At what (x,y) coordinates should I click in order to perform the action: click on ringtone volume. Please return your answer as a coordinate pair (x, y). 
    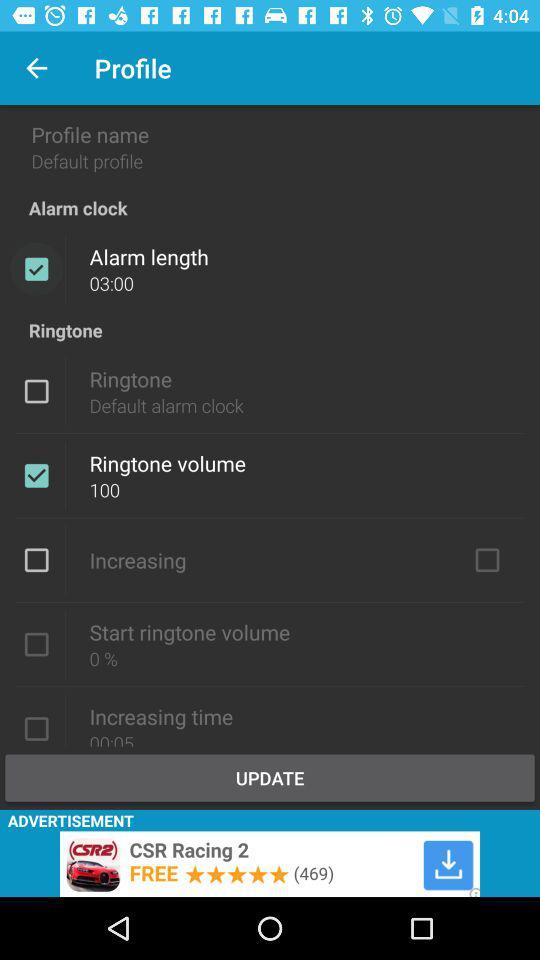
    Looking at the image, I should click on (36, 475).